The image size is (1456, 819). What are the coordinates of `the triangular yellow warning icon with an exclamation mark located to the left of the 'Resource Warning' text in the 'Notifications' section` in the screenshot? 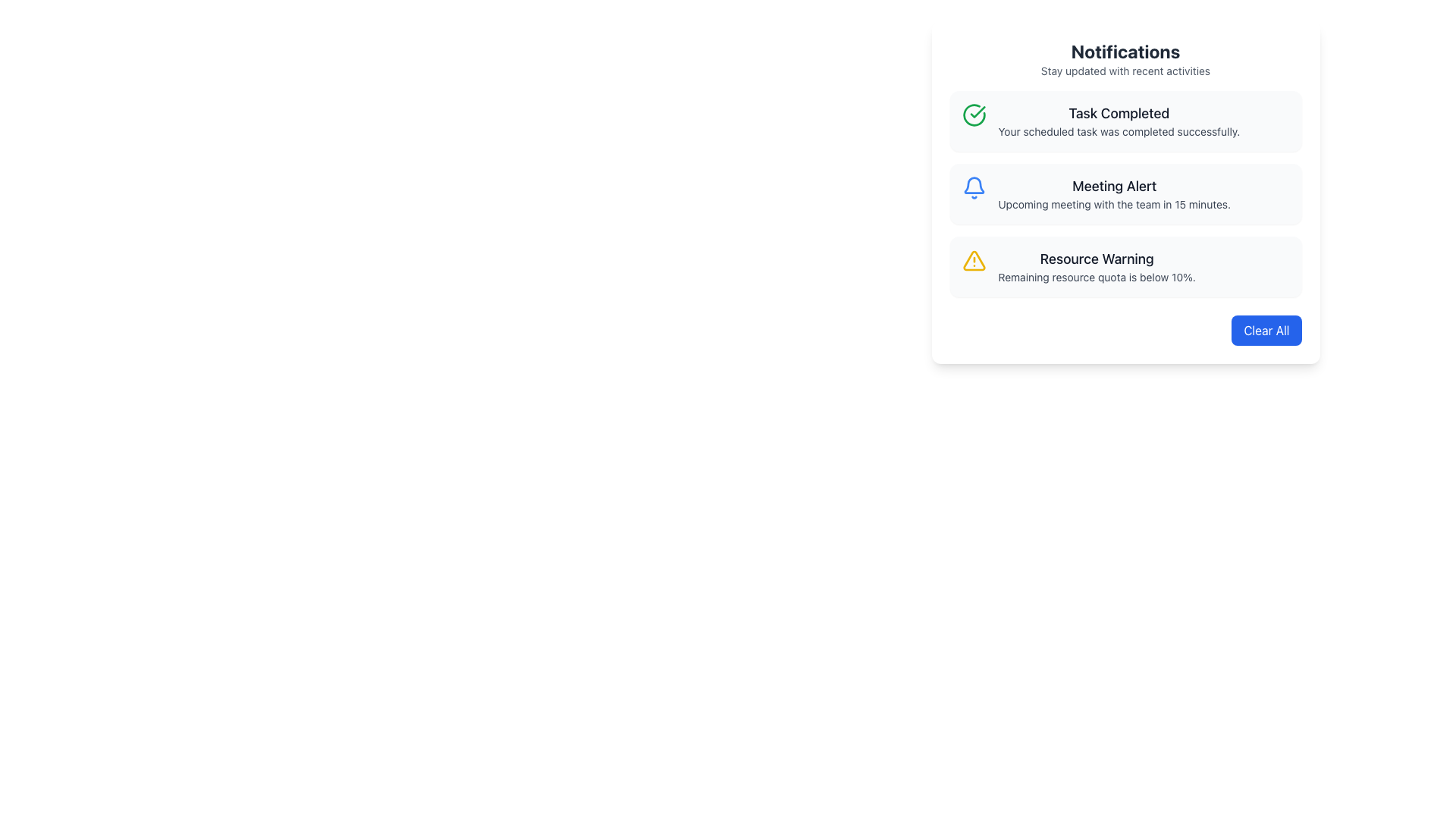 It's located at (974, 259).